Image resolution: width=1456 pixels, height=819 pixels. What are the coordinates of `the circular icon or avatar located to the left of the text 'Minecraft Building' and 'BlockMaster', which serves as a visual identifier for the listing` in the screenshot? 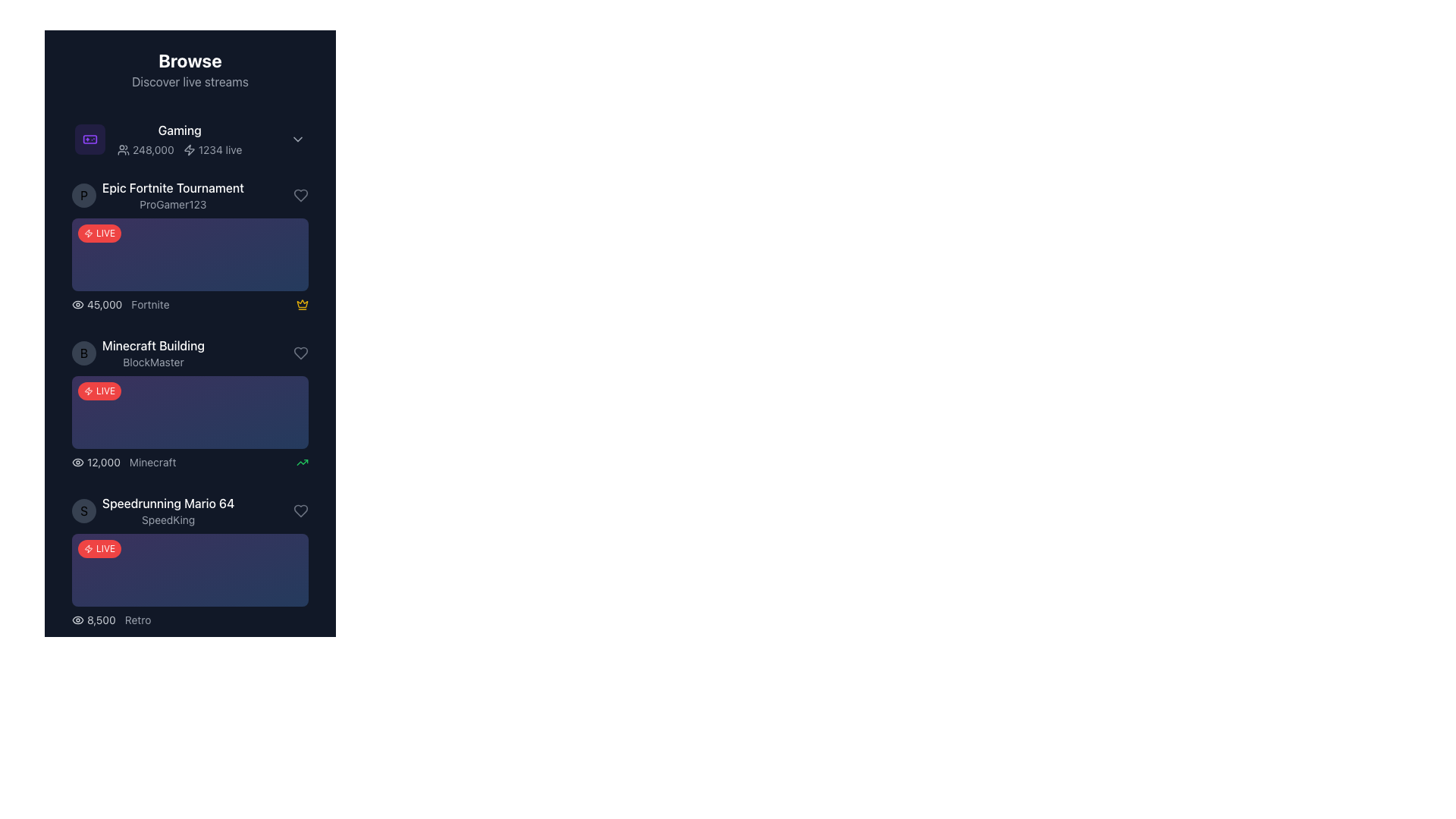 It's located at (83, 353).